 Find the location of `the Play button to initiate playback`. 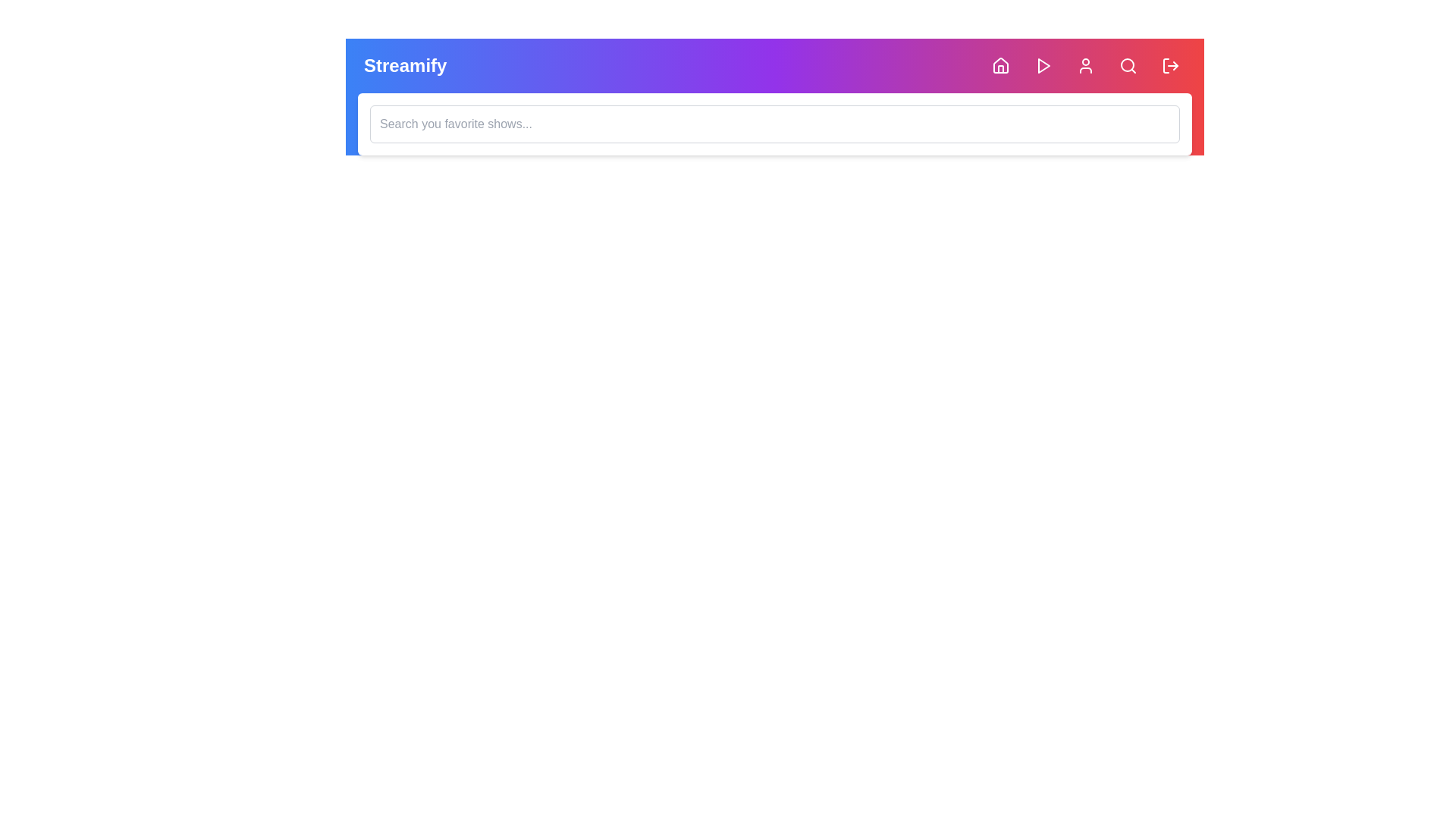

the Play button to initiate playback is located at coordinates (1043, 65).